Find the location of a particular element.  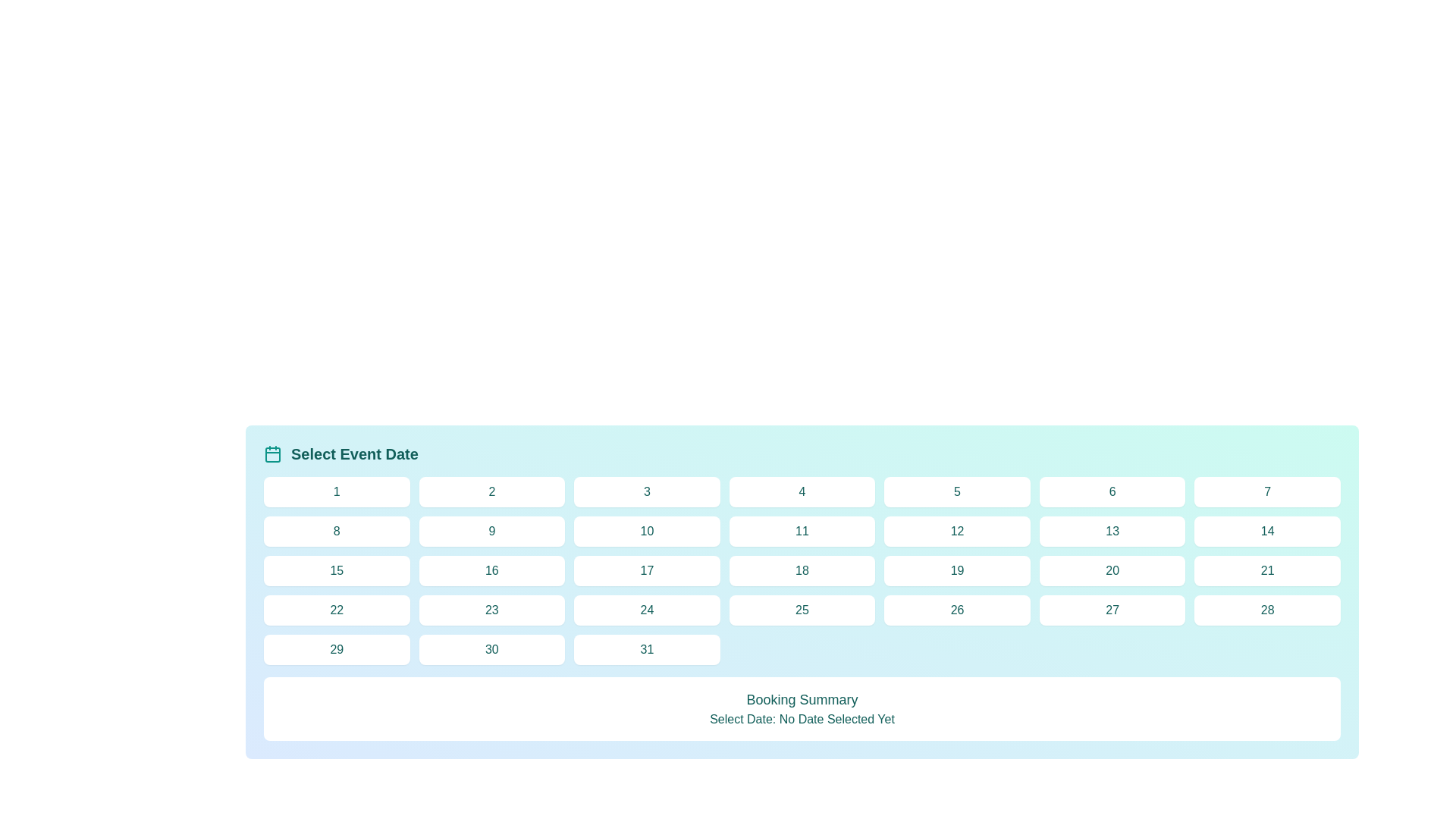

the button displaying the number '16' in a calendar interface is located at coordinates (491, 570).